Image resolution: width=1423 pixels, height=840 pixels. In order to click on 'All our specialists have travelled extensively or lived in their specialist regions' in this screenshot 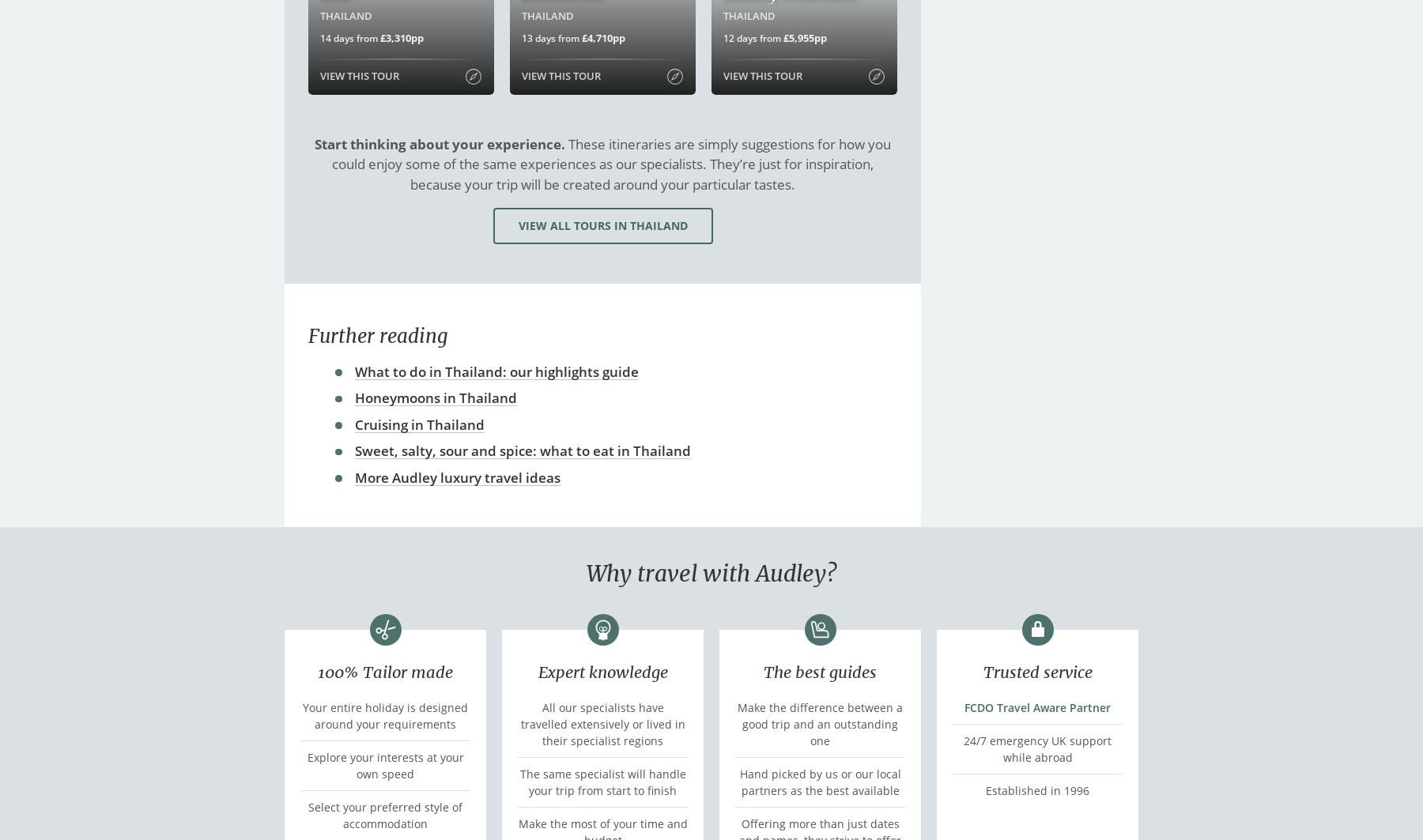, I will do `click(520, 722)`.